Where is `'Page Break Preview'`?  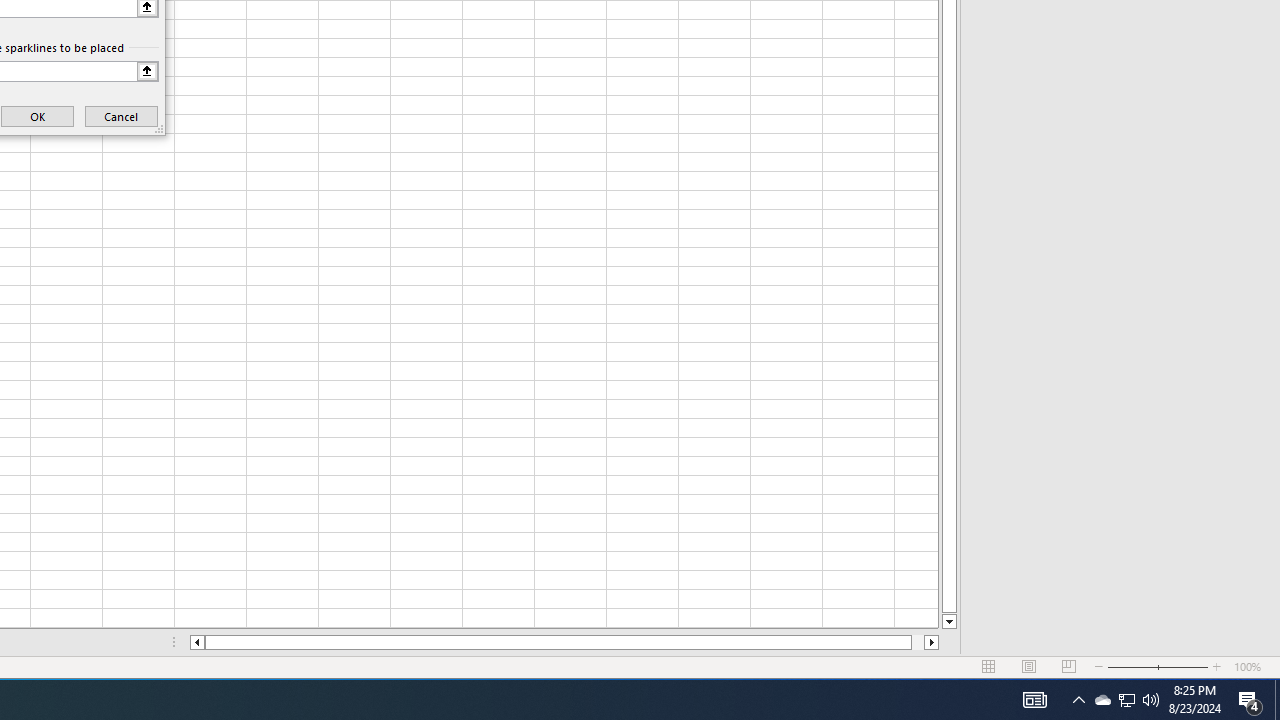
'Page Break Preview' is located at coordinates (1068, 667).